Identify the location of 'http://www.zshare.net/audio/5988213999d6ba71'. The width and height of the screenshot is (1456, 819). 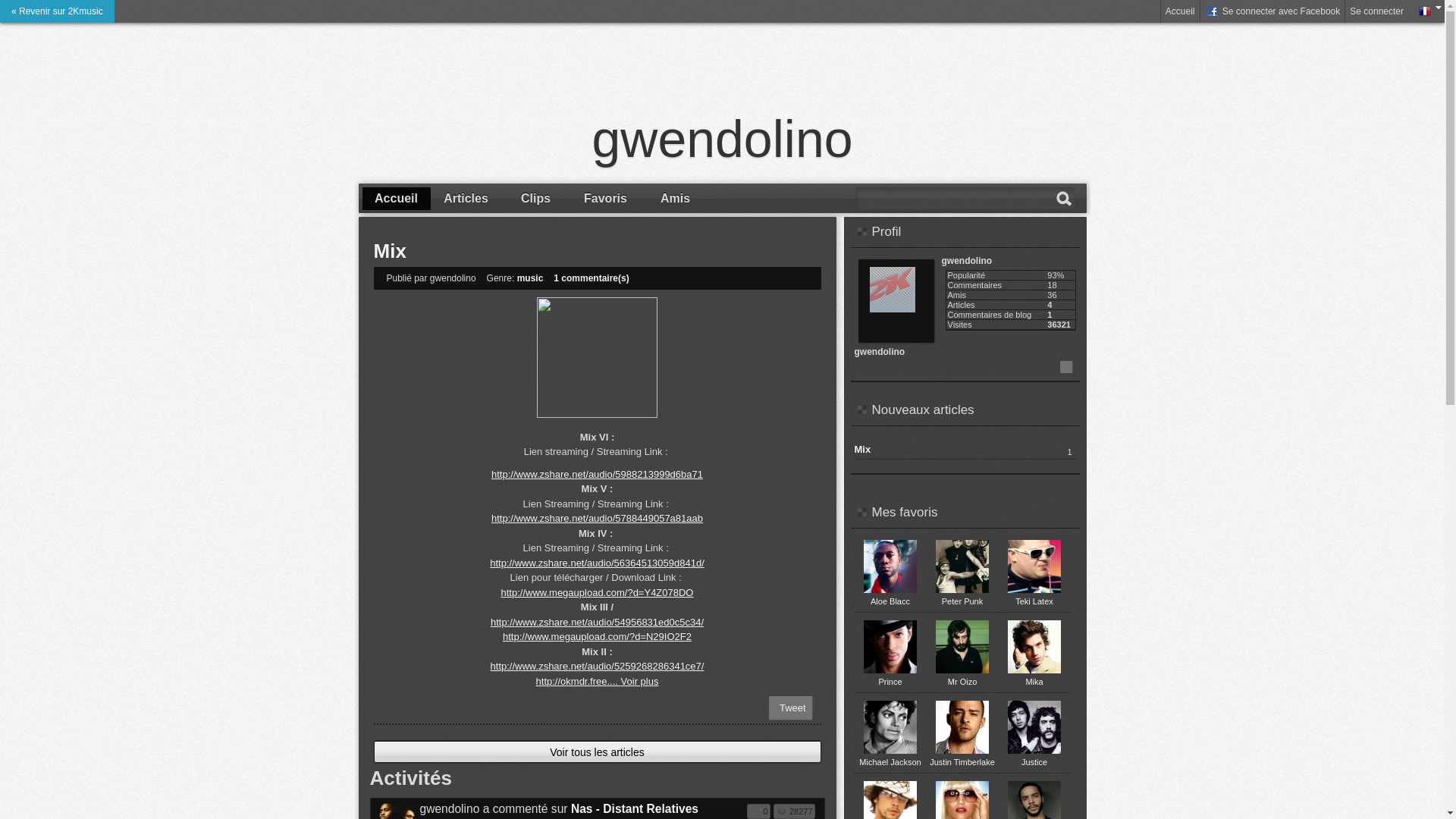
(596, 473).